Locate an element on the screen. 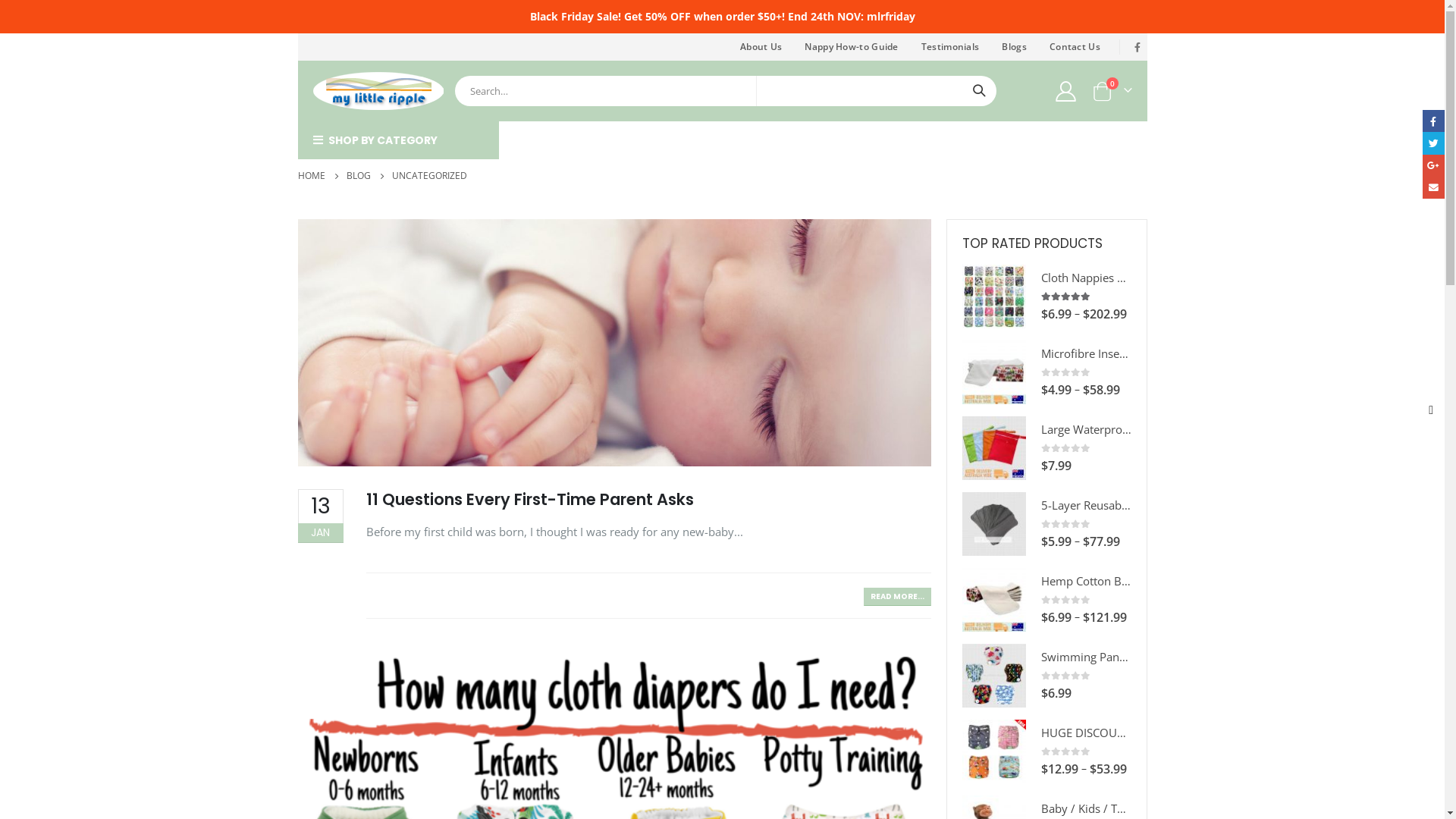  'READ MORE...' is located at coordinates (896, 595).